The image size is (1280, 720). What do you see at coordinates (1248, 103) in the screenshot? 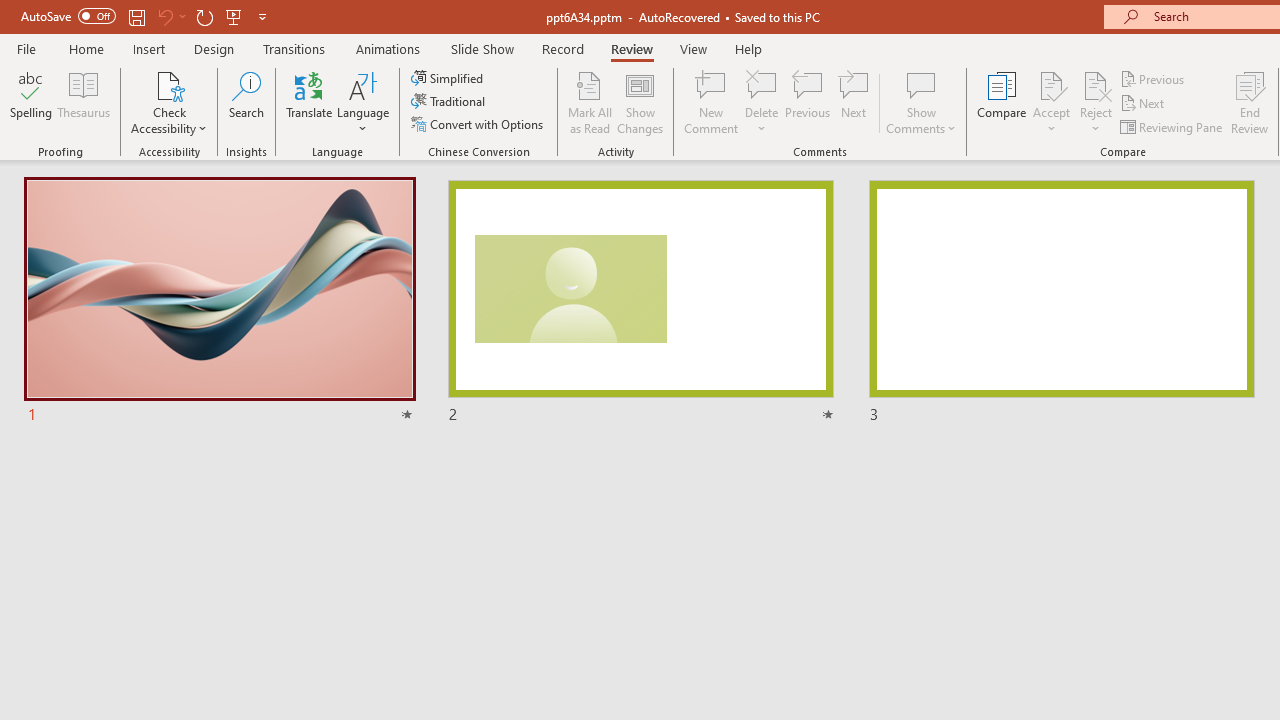
I see `'End Review'` at bounding box center [1248, 103].